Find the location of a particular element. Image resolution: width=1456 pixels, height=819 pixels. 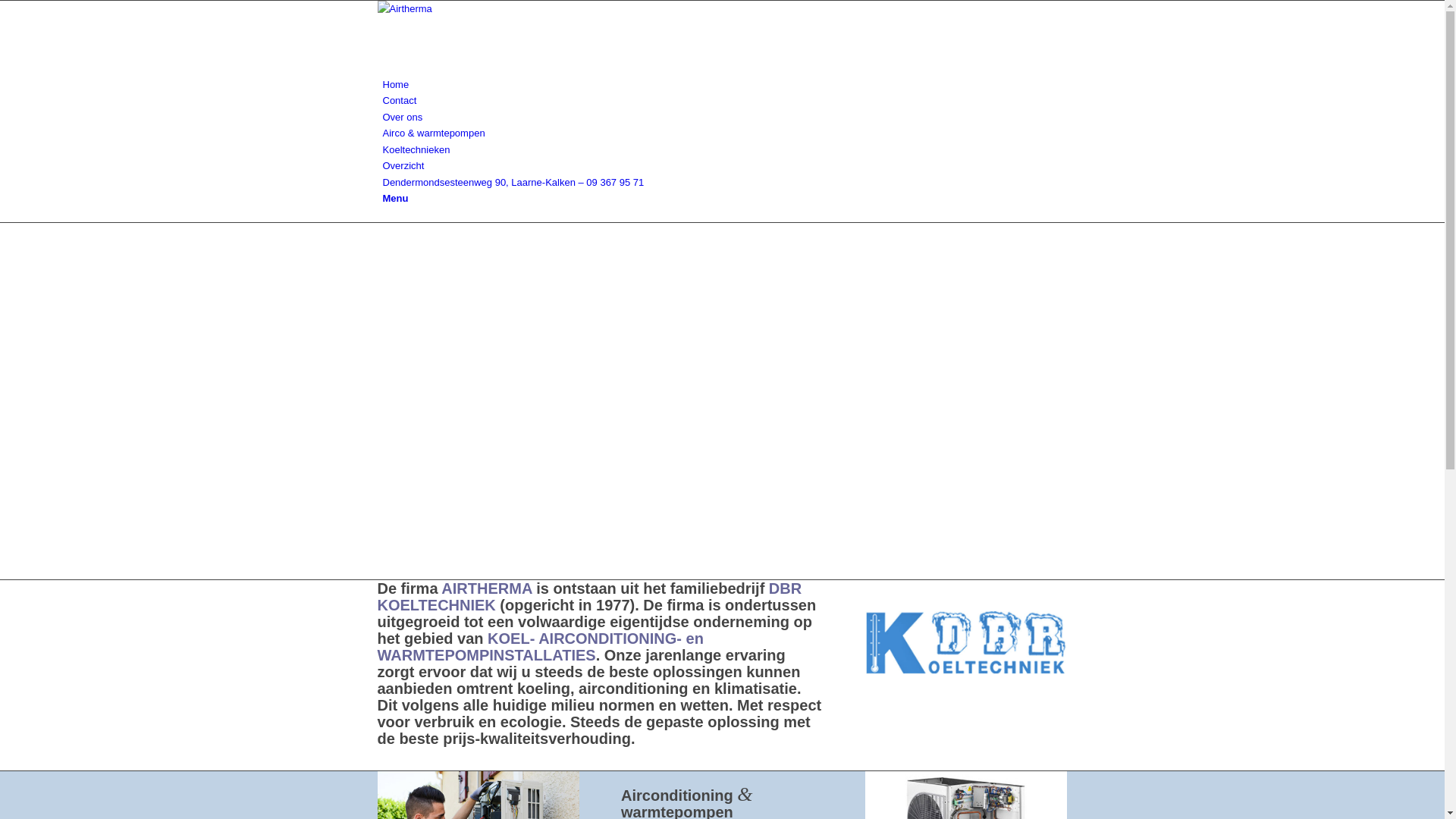

'dbr' is located at coordinates (865, 642).